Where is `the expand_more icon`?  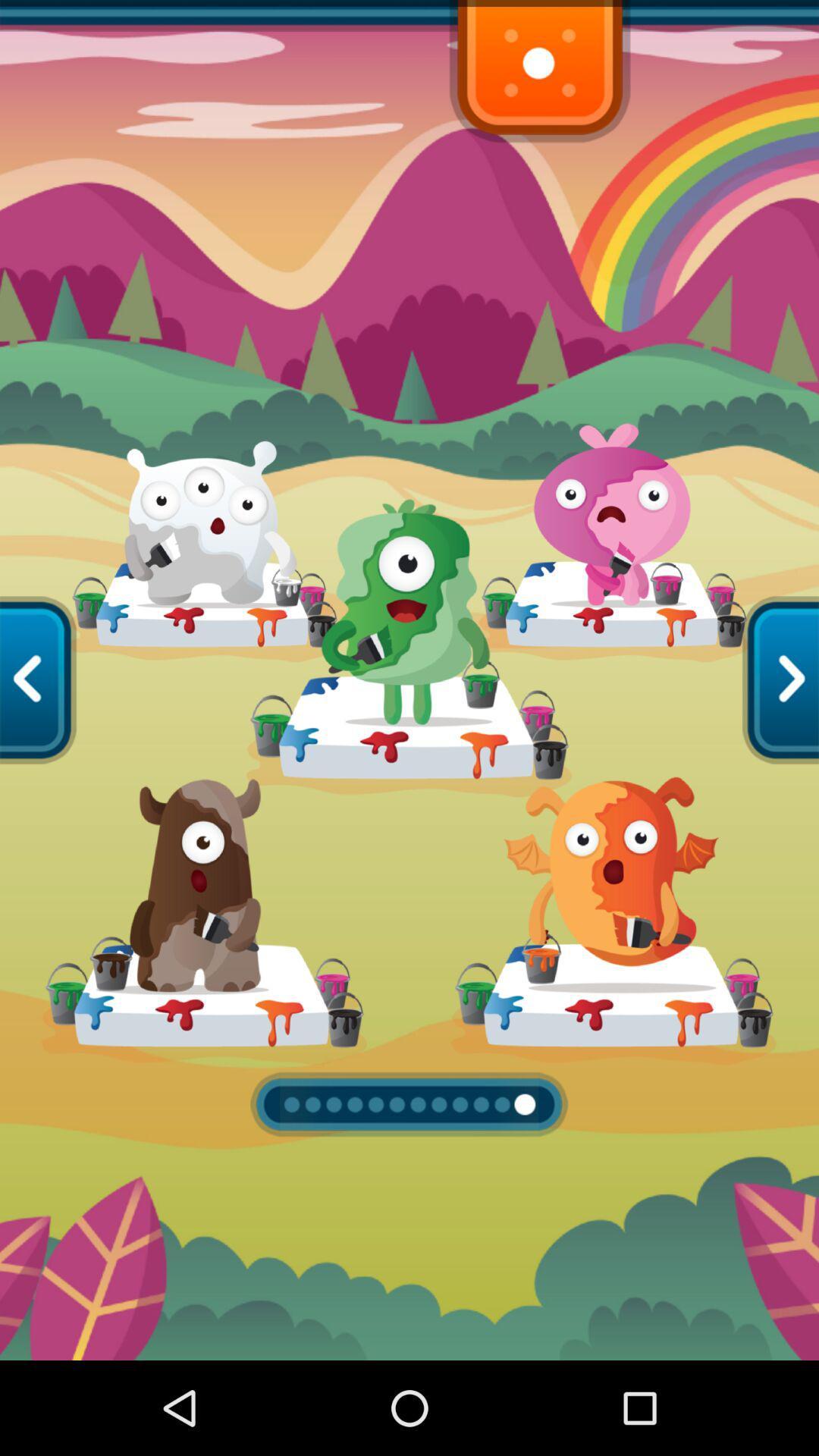
the expand_more icon is located at coordinates (240, 1351).